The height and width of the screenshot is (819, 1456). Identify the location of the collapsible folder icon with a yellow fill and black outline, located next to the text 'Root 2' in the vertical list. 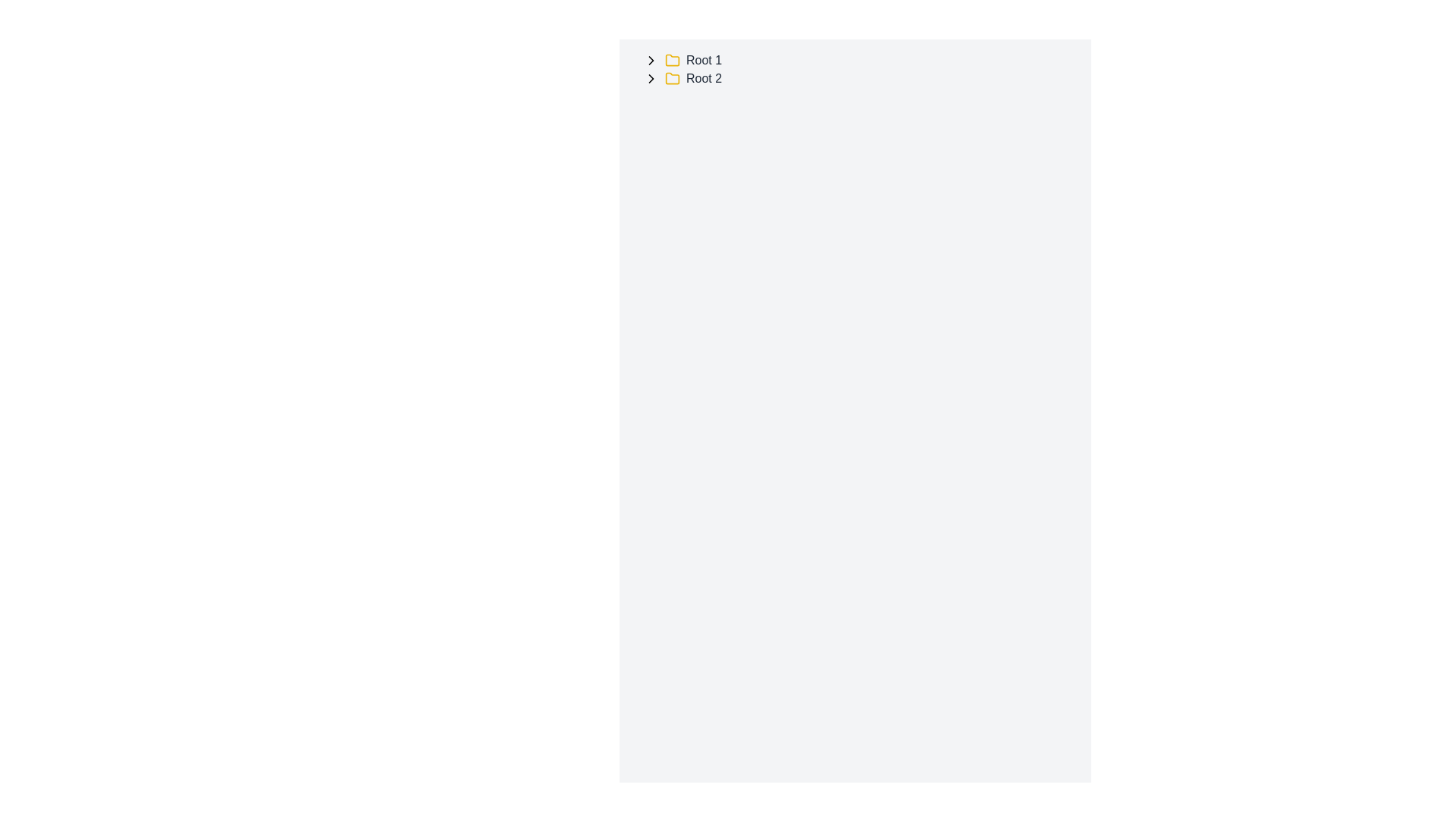
(672, 58).